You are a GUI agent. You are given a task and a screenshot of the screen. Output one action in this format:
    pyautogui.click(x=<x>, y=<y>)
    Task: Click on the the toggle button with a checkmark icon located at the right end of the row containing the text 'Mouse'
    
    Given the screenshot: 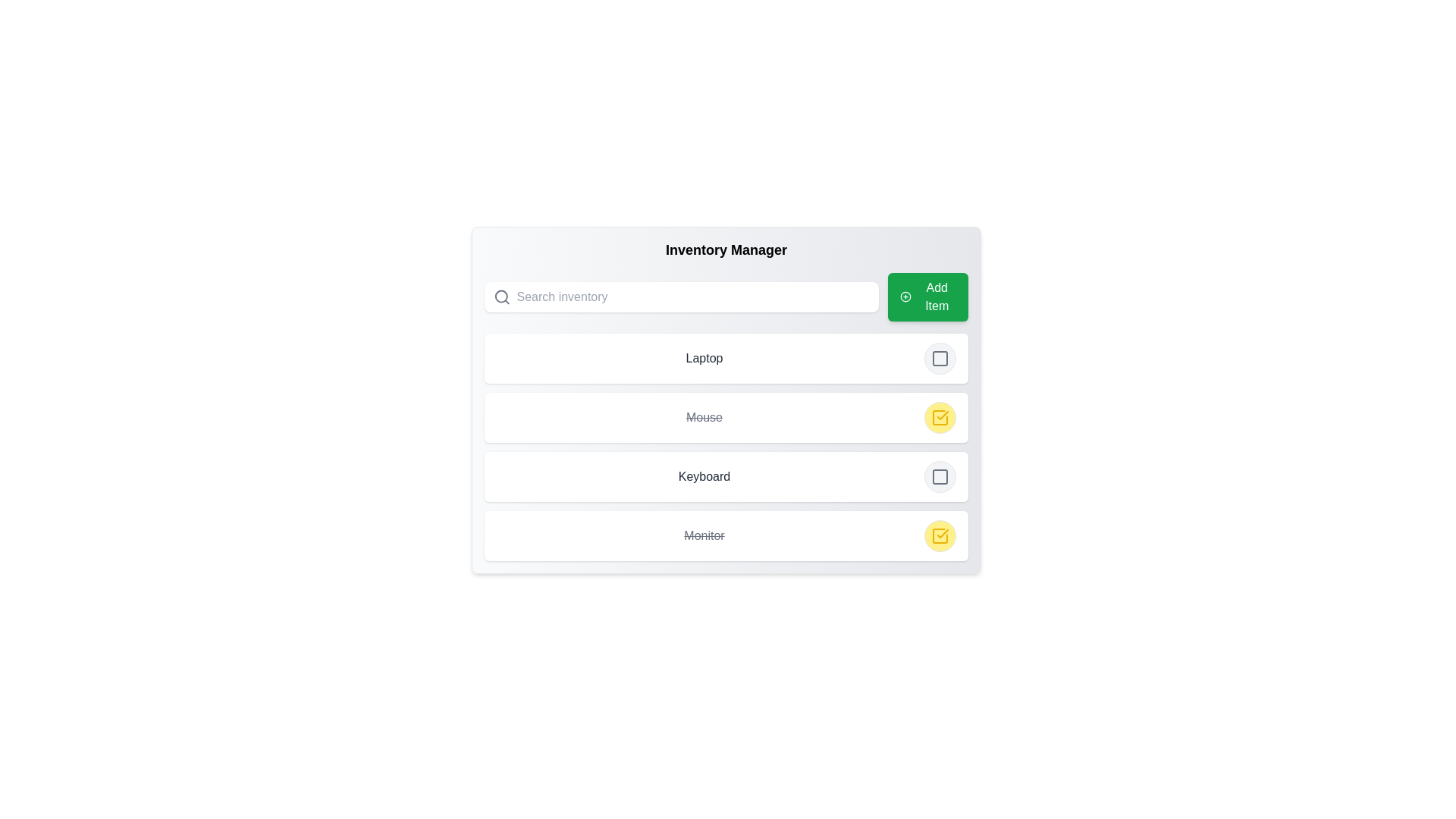 What is the action you would take?
    pyautogui.click(x=939, y=418)
    